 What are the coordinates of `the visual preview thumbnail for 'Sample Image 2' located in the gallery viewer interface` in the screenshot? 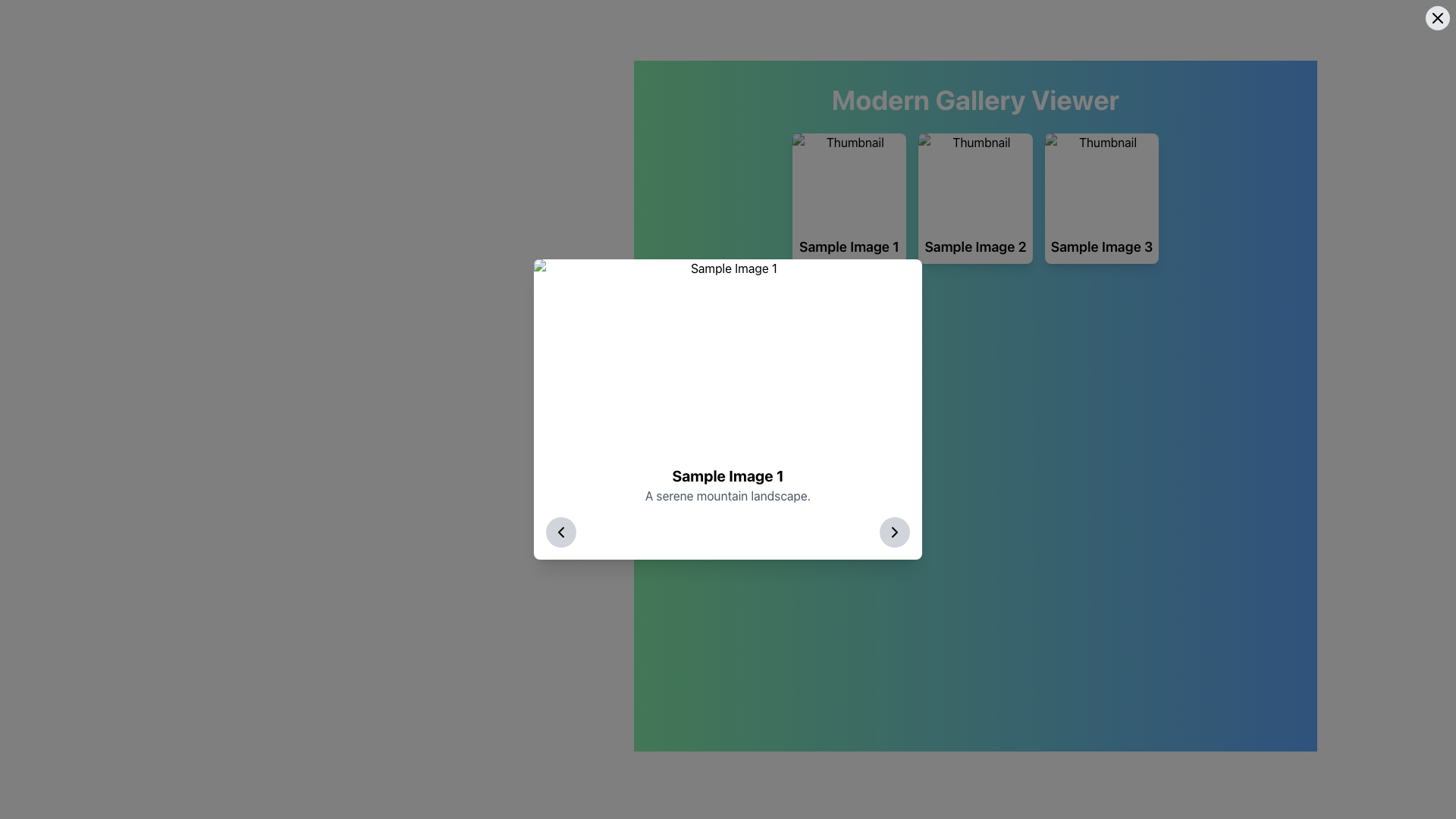 It's located at (975, 180).